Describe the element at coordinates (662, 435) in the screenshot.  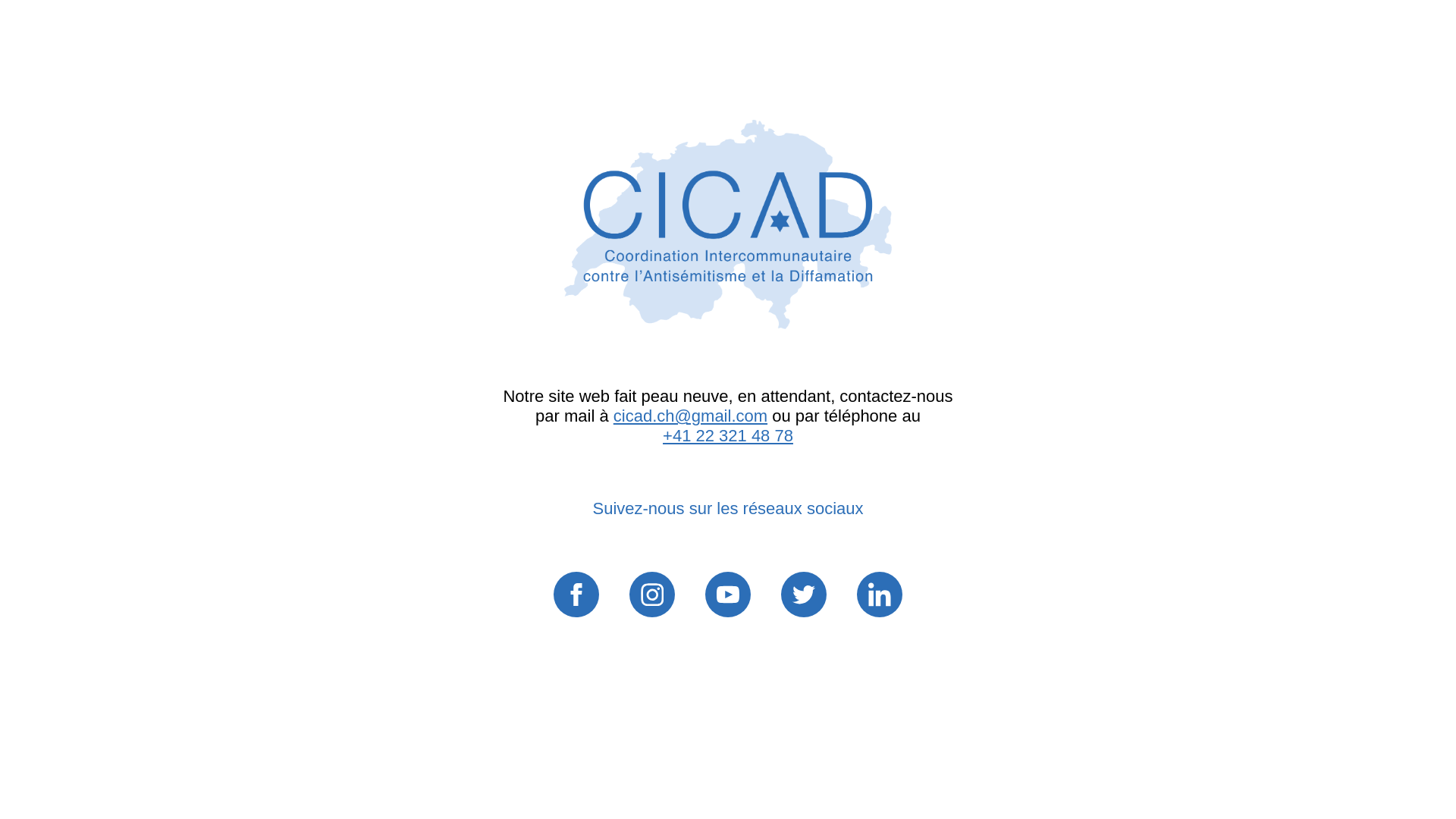
I see `'+41 22 321 48 78'` at that location.